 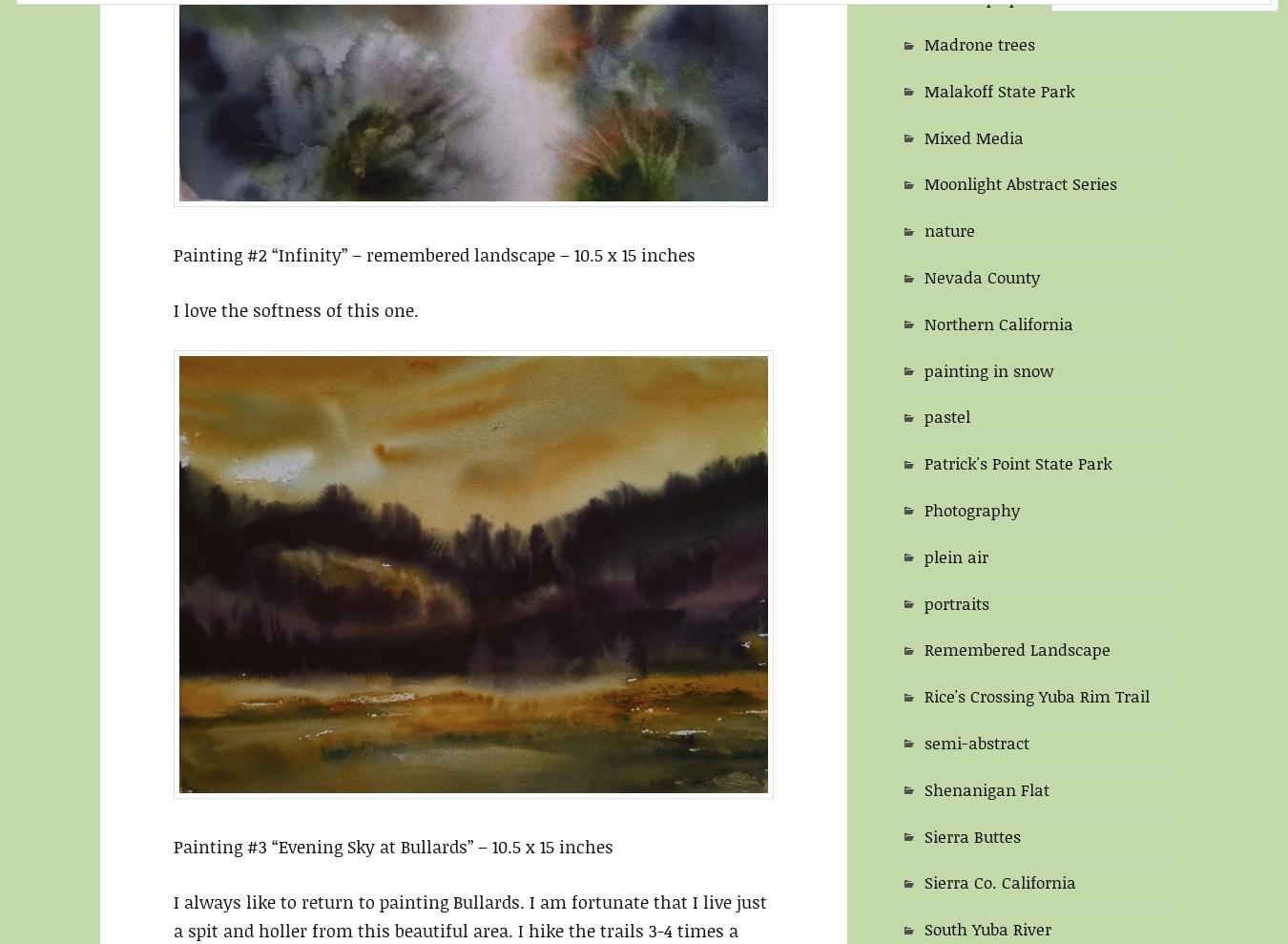 I want to click on 'Moonlight Abstract Series', so click(x=1021, y=182).